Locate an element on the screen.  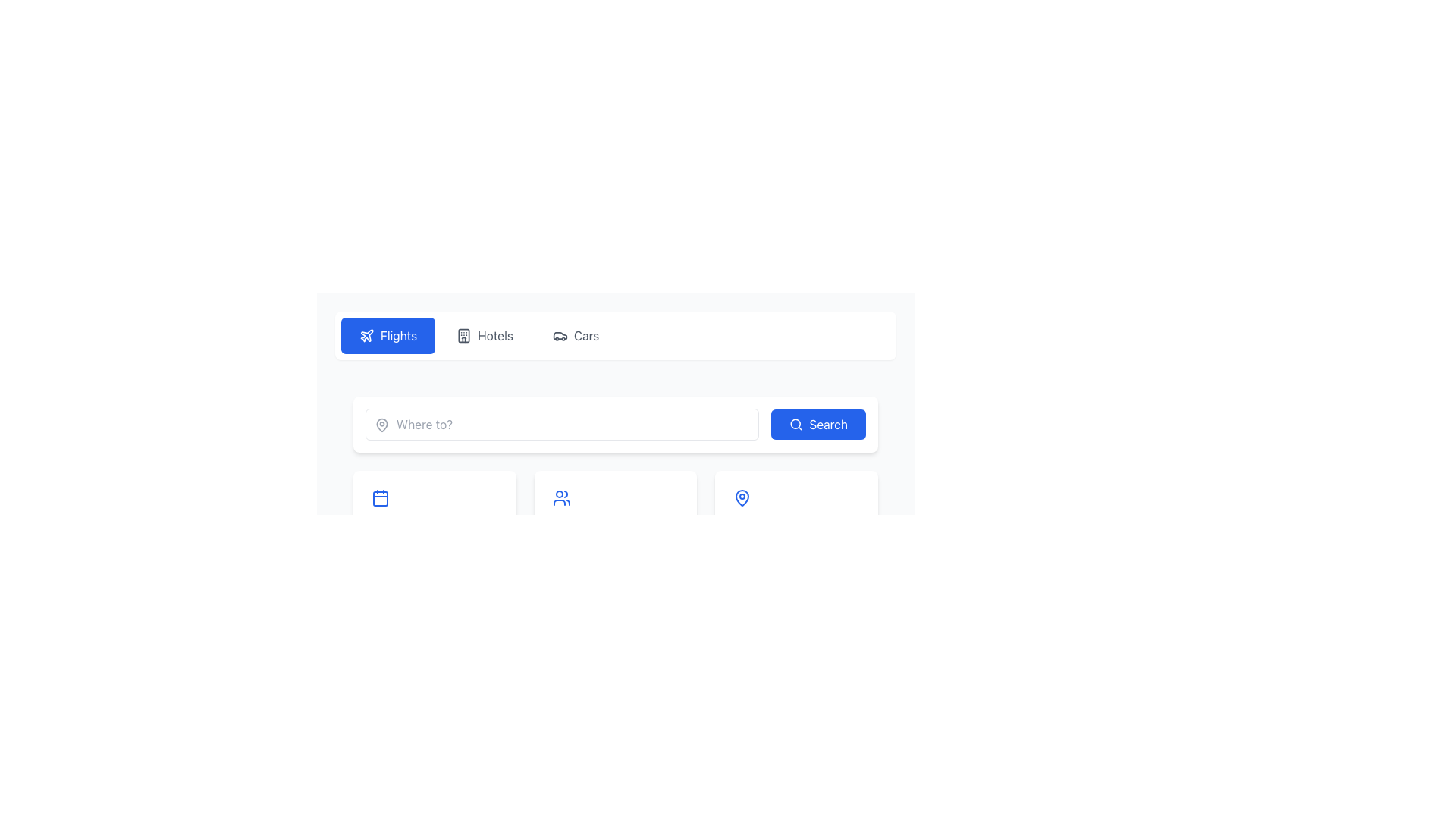
the navigation button for cars, located as the third item in the horizontal navigation bar is located at coordinates (575, 335).